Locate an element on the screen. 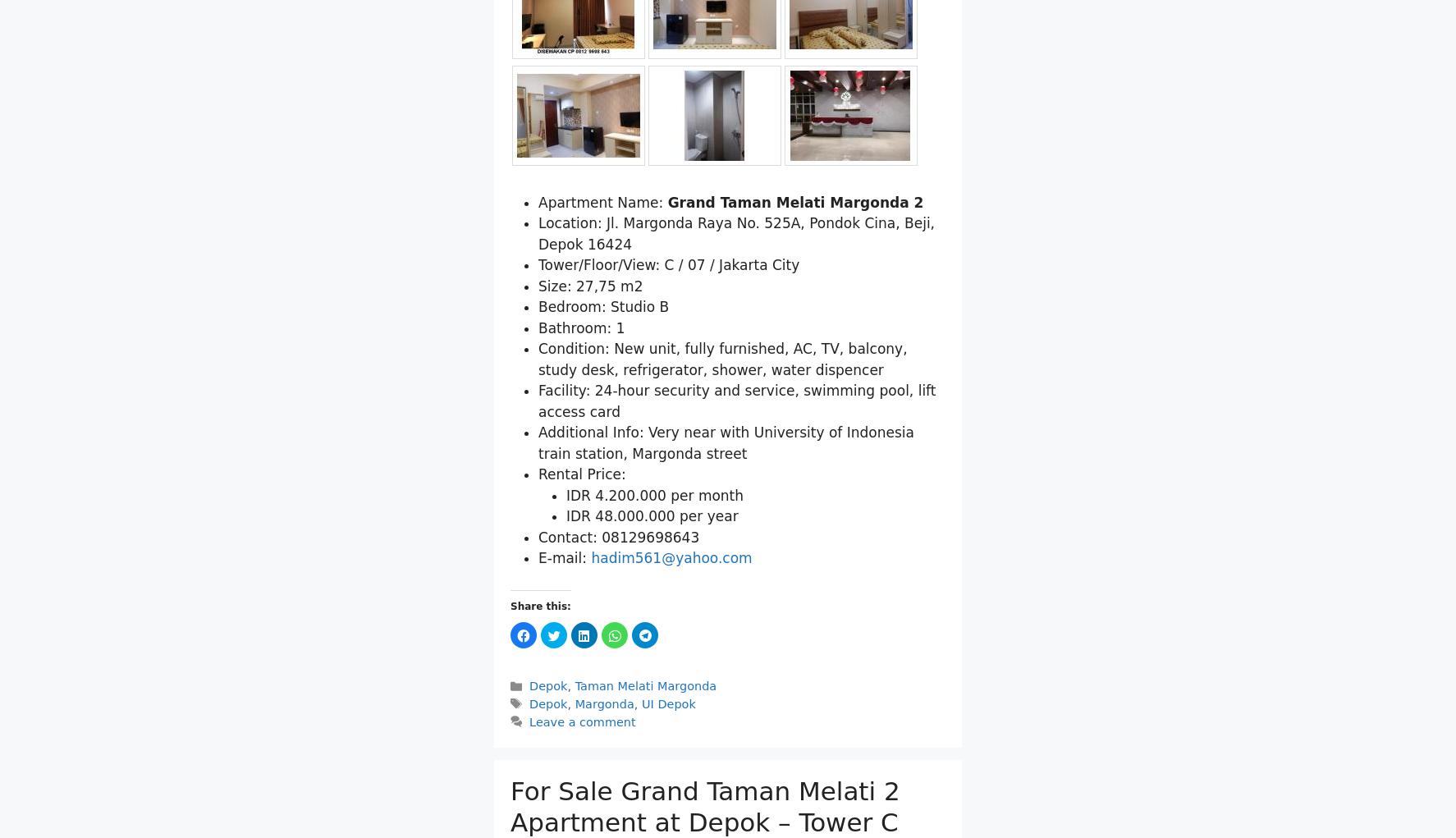 The width and height of the screenshot is (1456, 838). 'Facility: 24-hour security and service, swimming pool, lift access card' is located at coordinates (735, 400).